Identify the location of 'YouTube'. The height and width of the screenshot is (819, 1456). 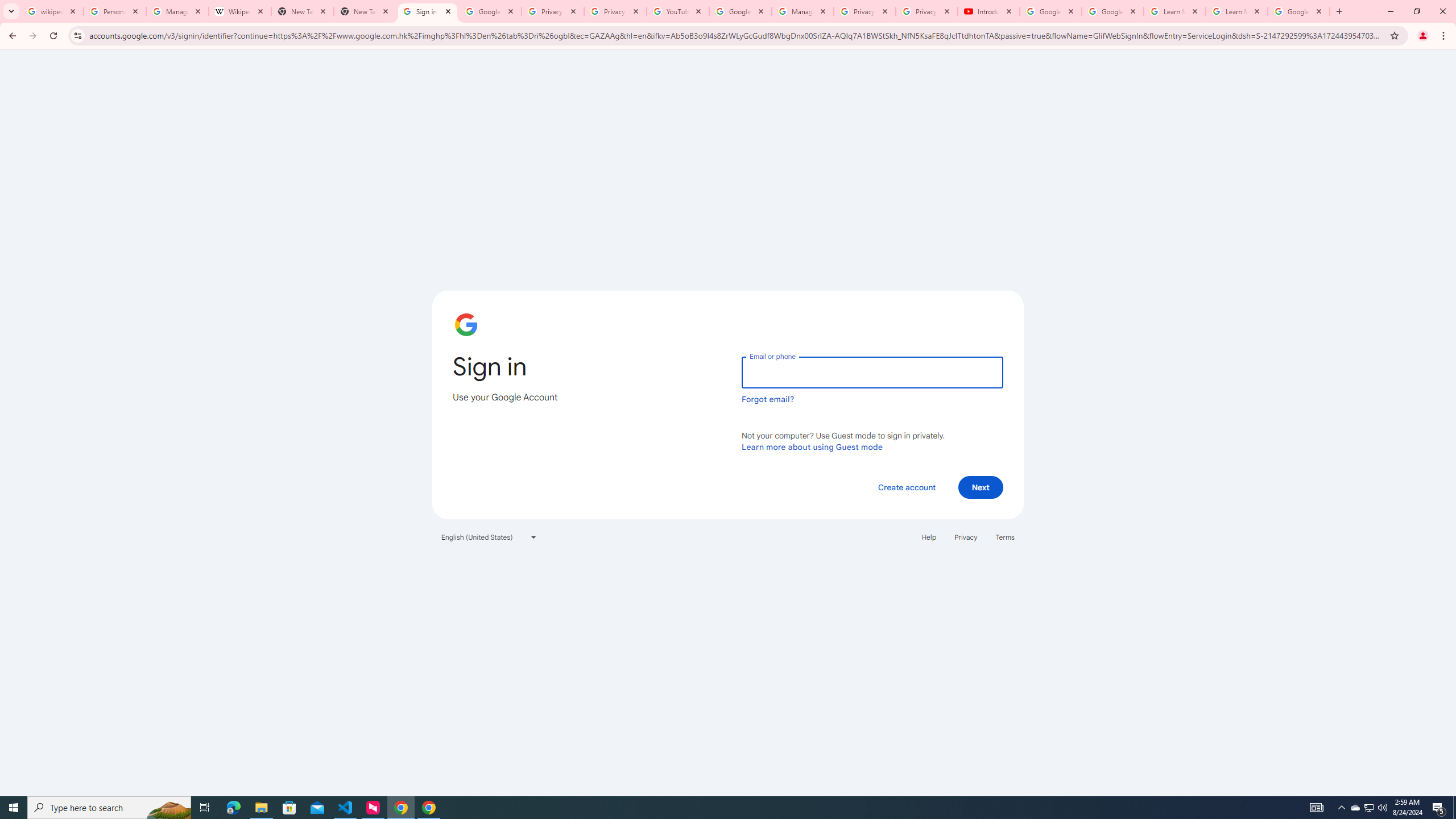
(677, 11).